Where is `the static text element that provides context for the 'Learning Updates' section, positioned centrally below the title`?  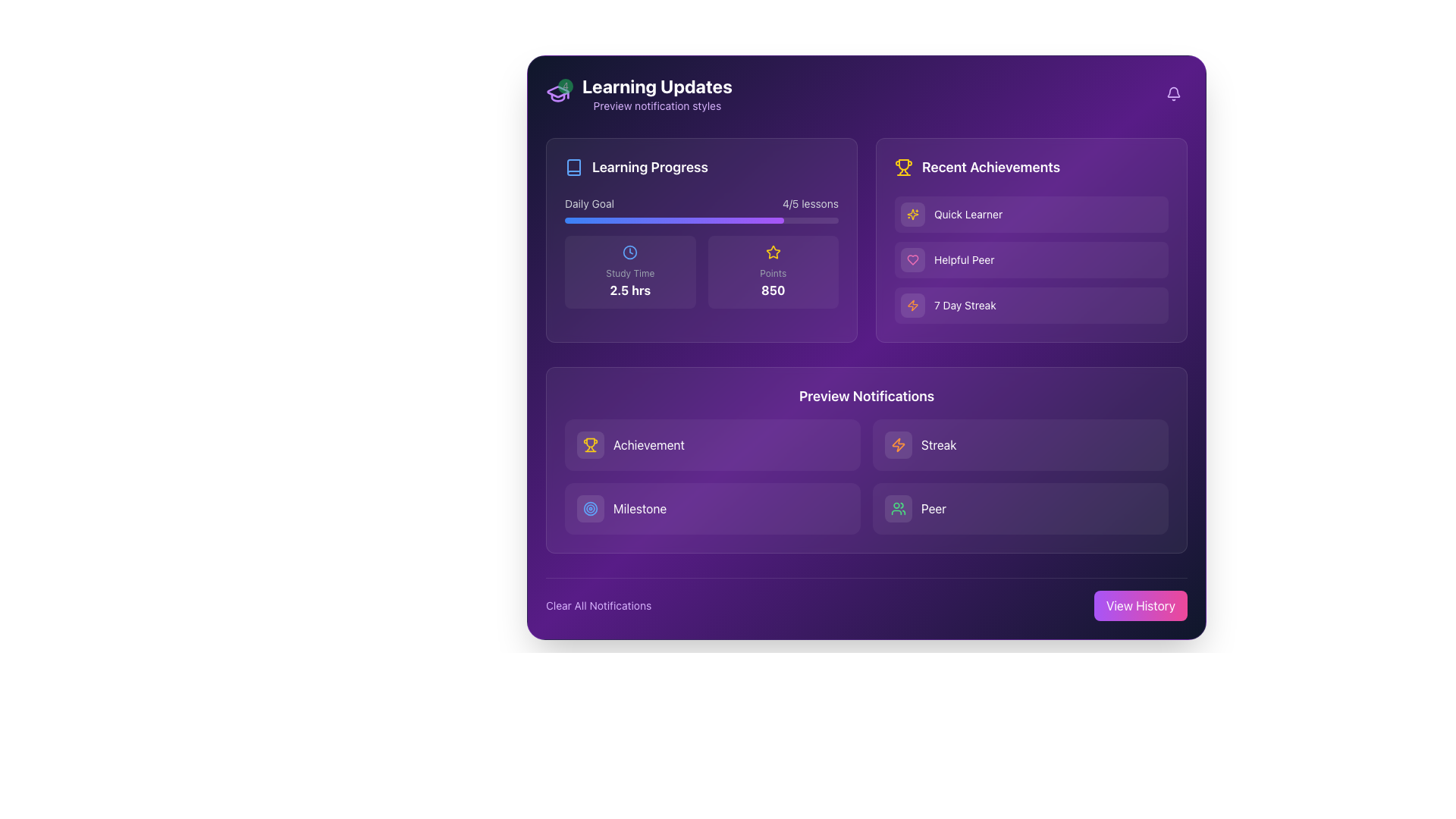
the static text element that provides context for the 'Learning Updates' section, positioned centrally below the title is located at coordinates (657, 105).